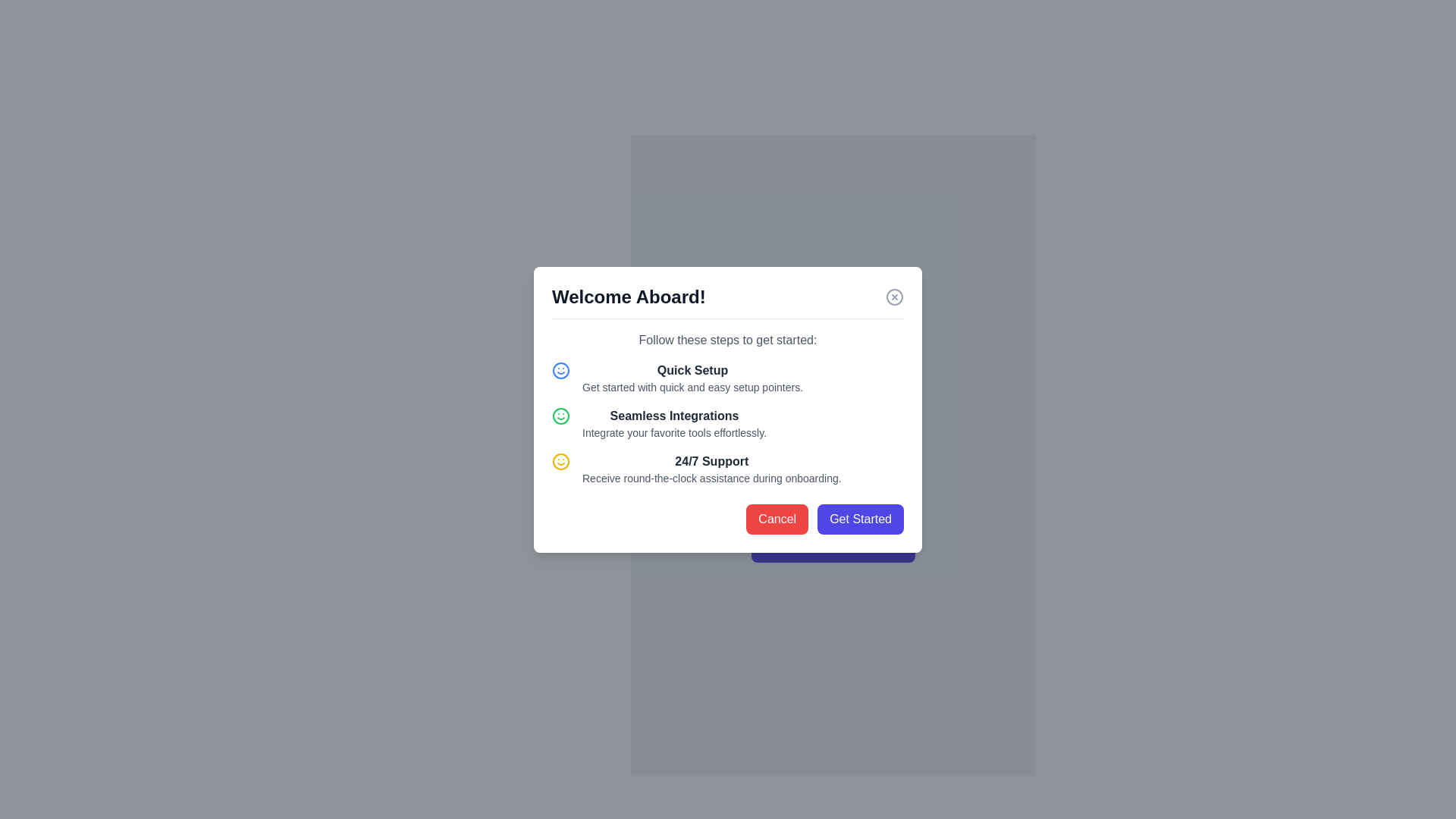 The width and height of the screenshot is (1456, 819). I want to click on the descriptive text label that provides information about the '24/7 Support' option, which is located under the heading '24/7 Support' in the dialog box, so click(711, 478).